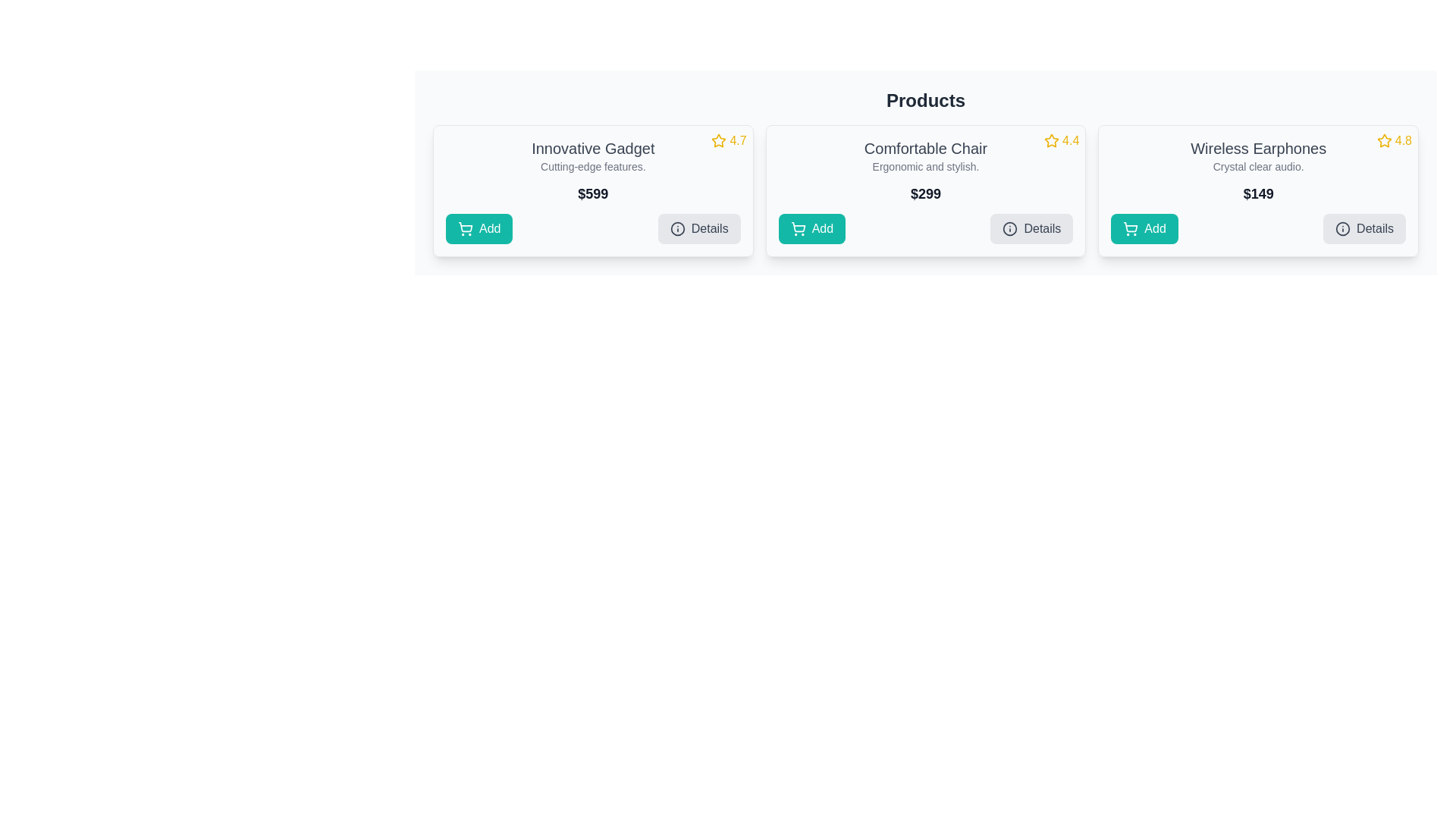 The height and width of the screenshot is (819, 1456). What do you see at coordinates (1384, 140) in the screenshot?
I see `the star icon with a yellow outline located in the top-right corner of the 'Wireless Earphones' product card, which aligns with the 4.8 rating text to its right` at bounding box center [1384, 140].